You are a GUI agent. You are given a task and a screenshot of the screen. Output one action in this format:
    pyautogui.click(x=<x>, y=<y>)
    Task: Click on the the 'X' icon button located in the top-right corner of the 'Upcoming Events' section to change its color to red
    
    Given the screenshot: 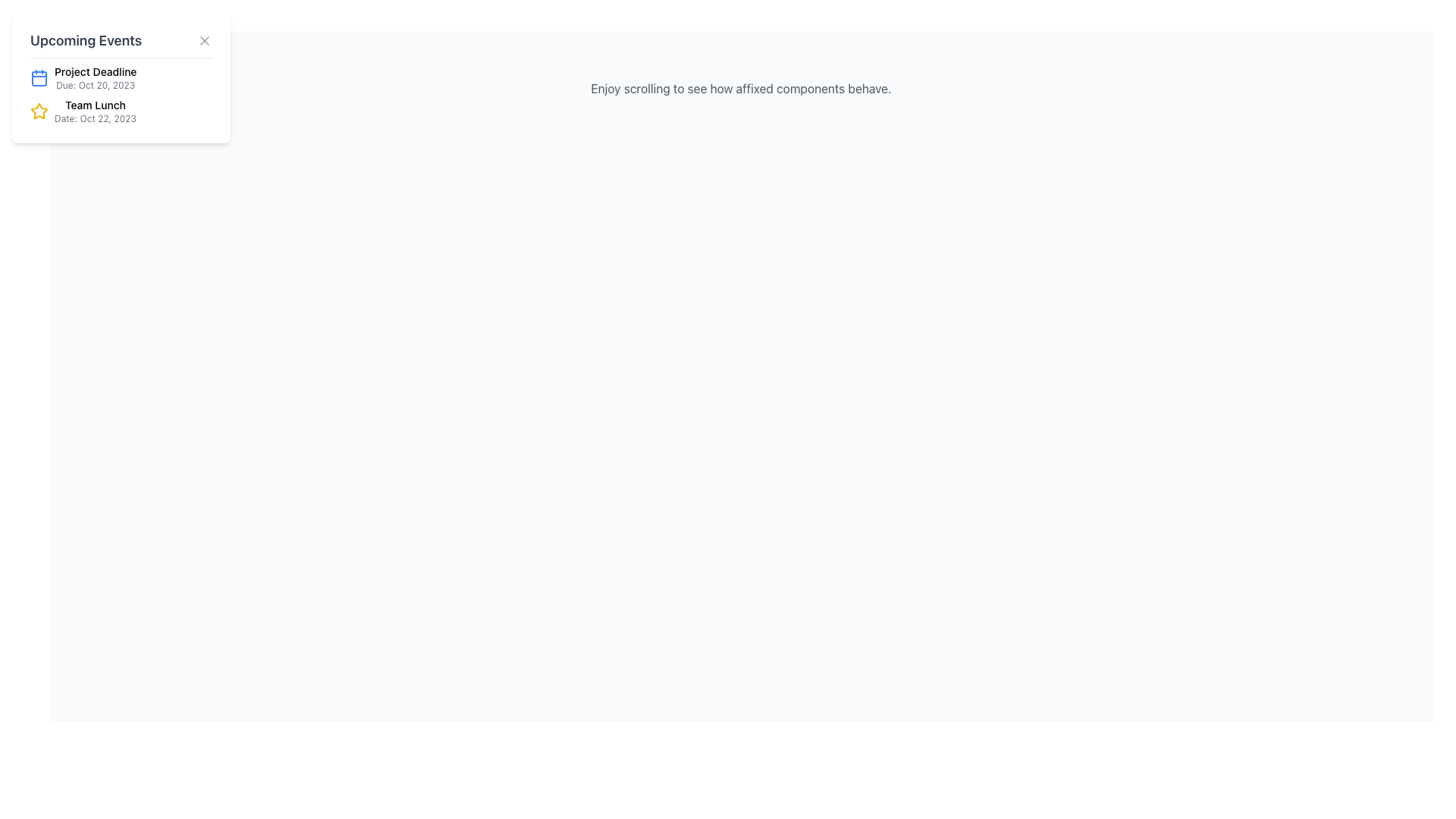 What is the action you would take?
    pyautogui.click(x=203, y=40)
    